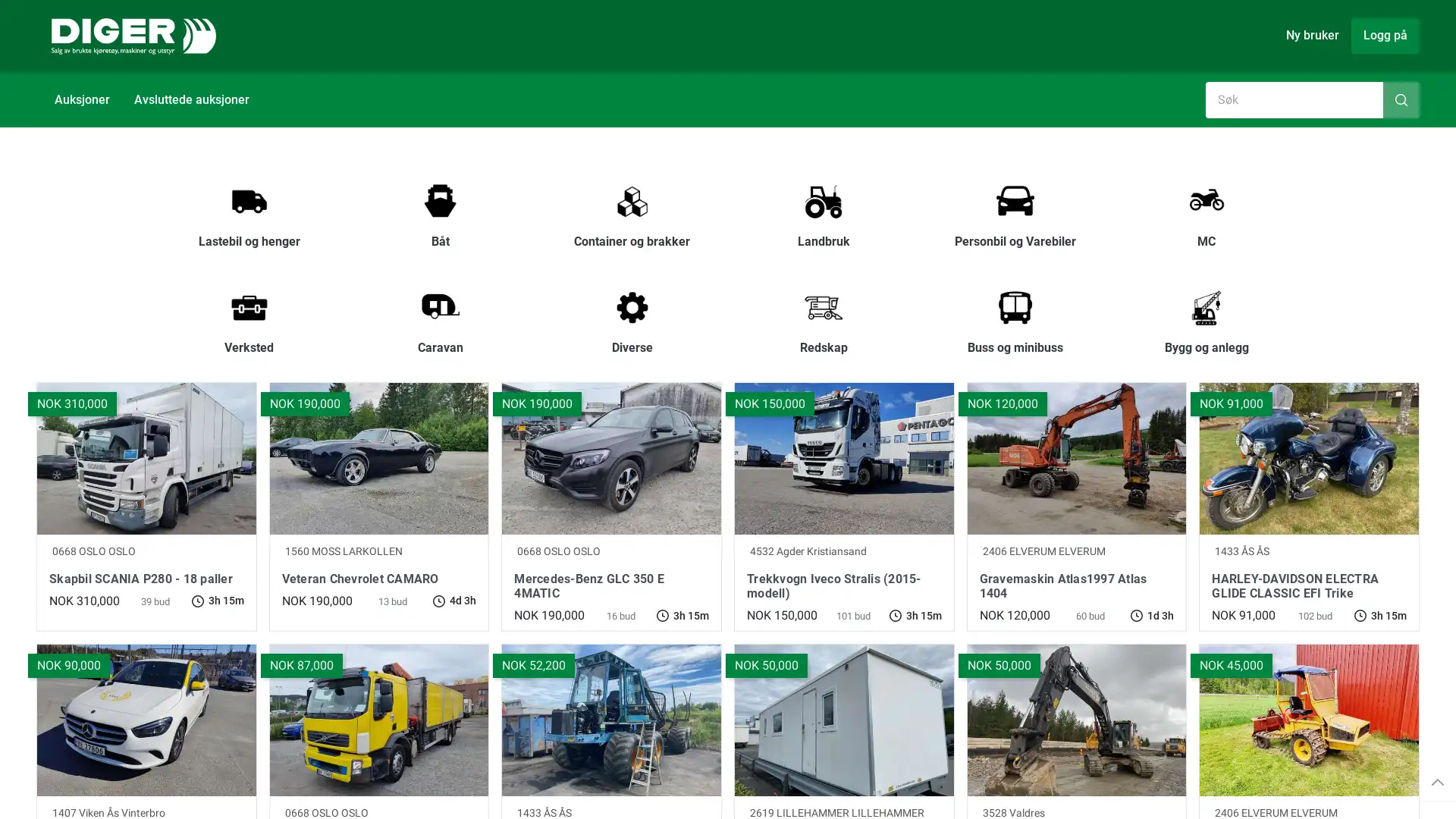  What do you see at coordinates (1385, 34) in the screenshot?
I see `Logg pa` at bounding box center [1385, 34].